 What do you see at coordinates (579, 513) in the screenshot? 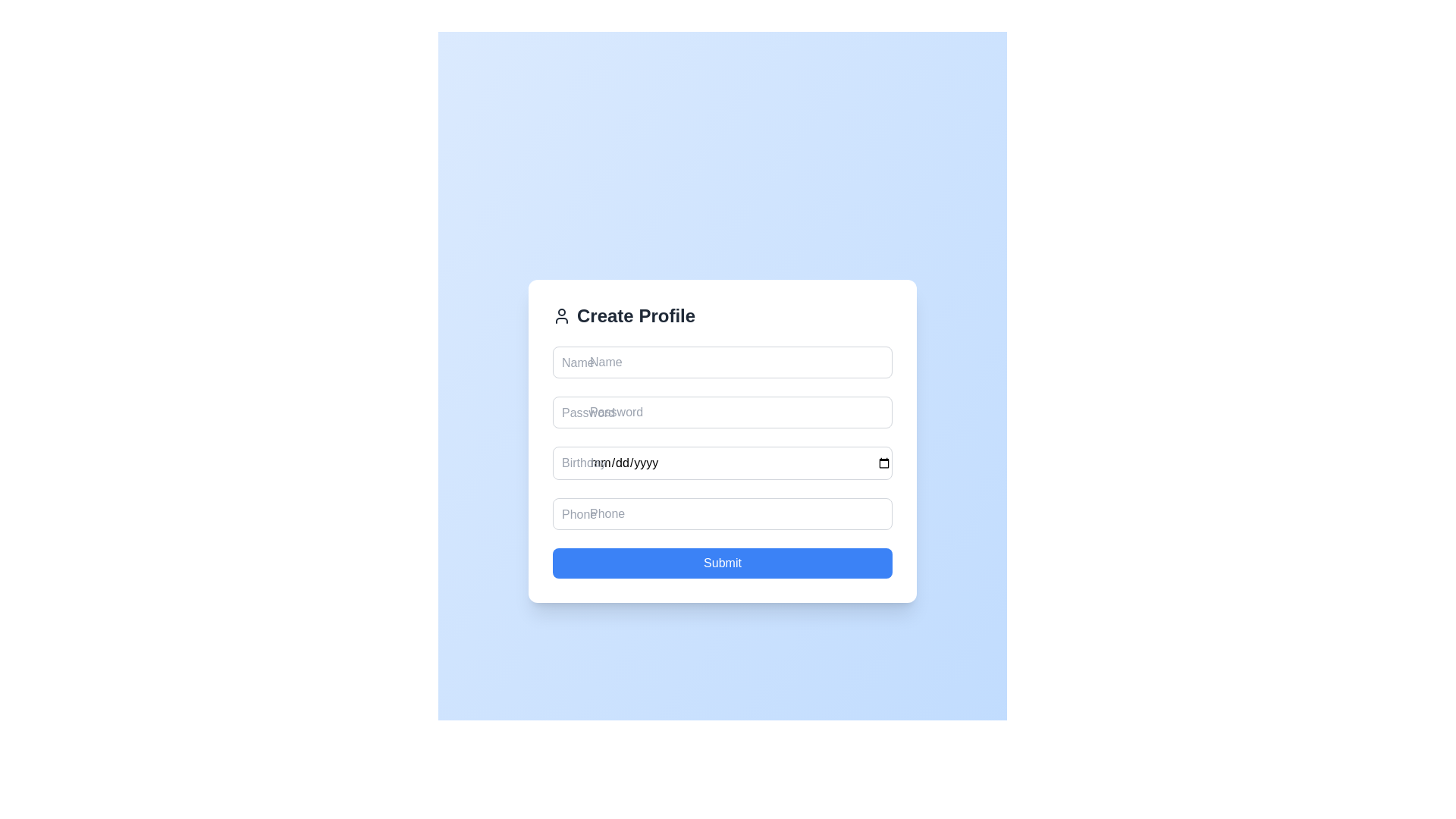
I see `the label indicating that the adjacent text input field is for entering a phone number, positioned at the upper-left corner of the input field in the fourth vertical sequence of input fields` at bounding box center [579, 513].